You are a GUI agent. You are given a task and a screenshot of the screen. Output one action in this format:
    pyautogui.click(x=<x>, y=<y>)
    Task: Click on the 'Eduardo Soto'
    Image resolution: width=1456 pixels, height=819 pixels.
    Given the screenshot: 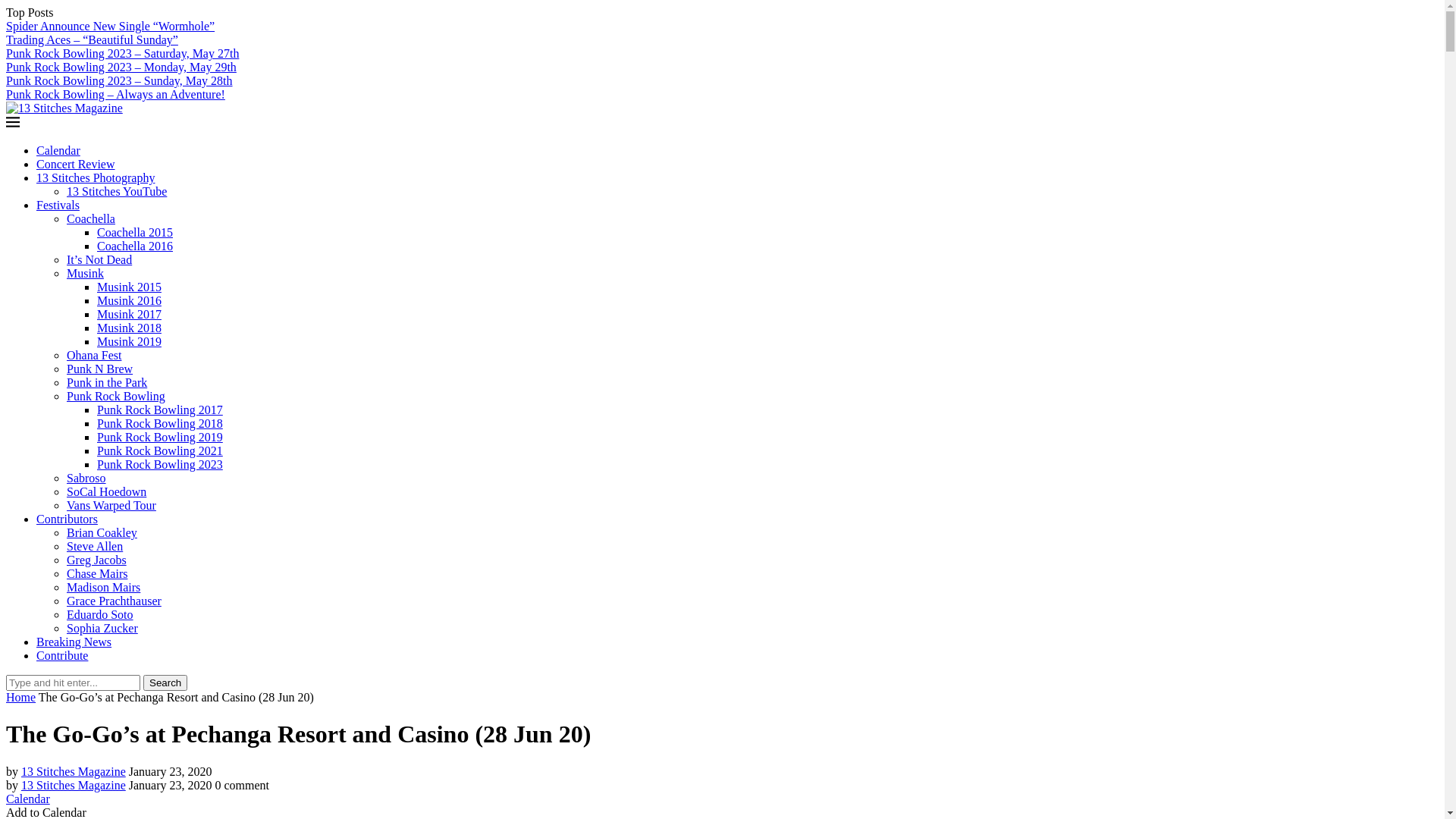 What is the action you would take?
    pyautogui.click(x=99, y=614)
    